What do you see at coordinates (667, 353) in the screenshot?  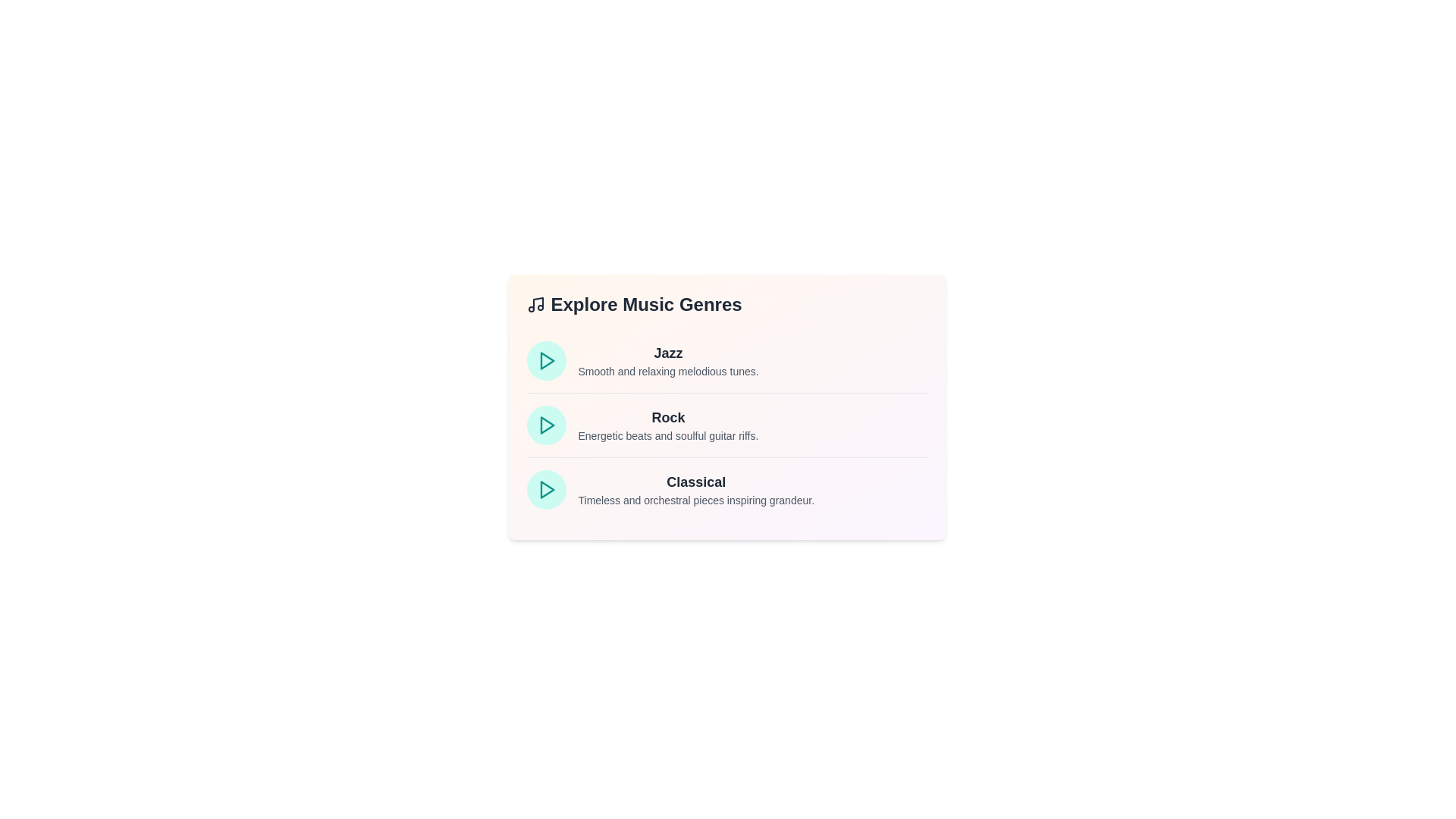 I see `the genre name Jazz to view its tooltip` at bounding box center [667, 353].